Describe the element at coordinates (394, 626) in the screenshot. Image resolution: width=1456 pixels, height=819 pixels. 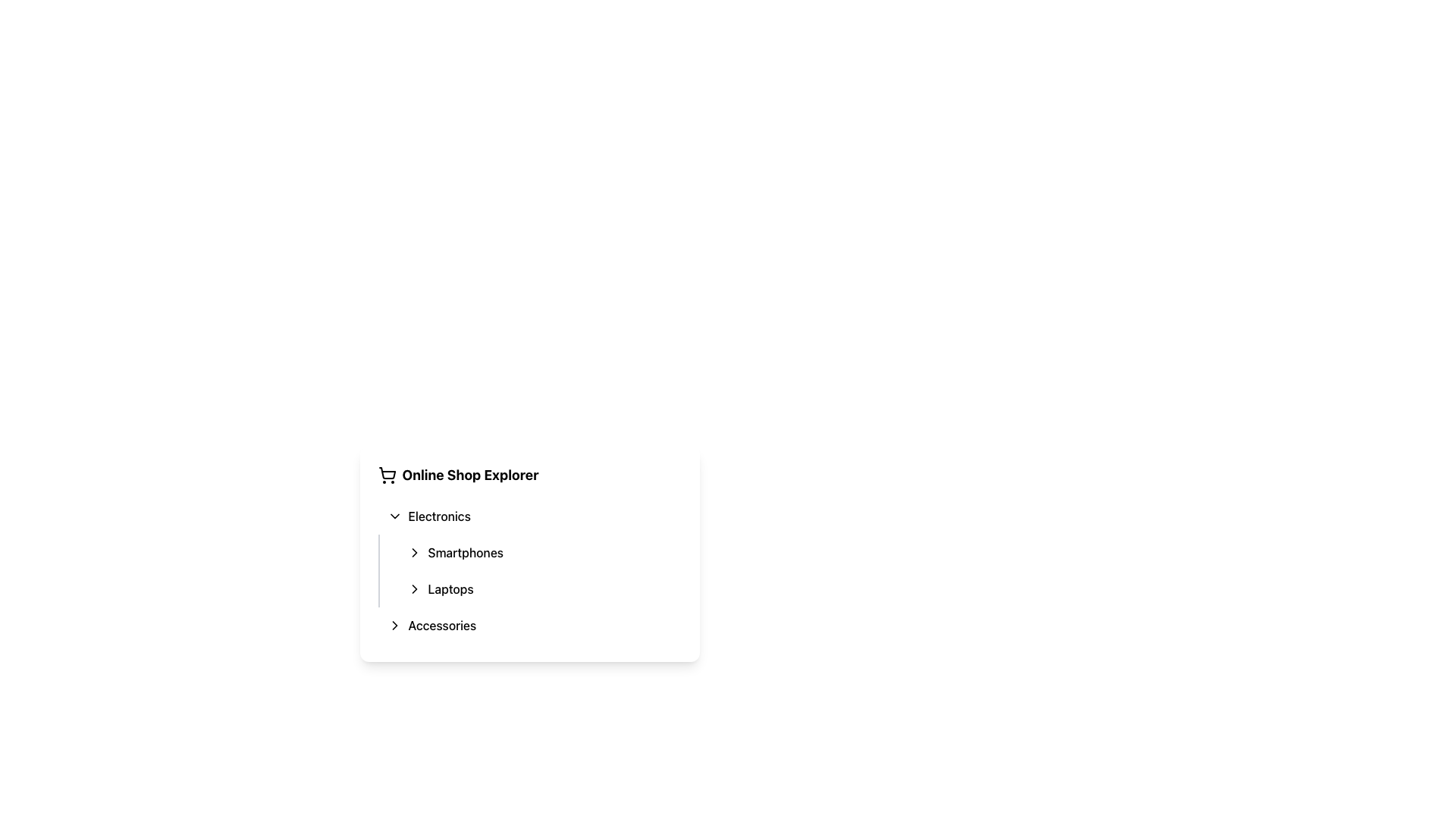
I see `the chevron-shaped icon pointing to the right, located to the left of the 'Accessories' text label` at that location.